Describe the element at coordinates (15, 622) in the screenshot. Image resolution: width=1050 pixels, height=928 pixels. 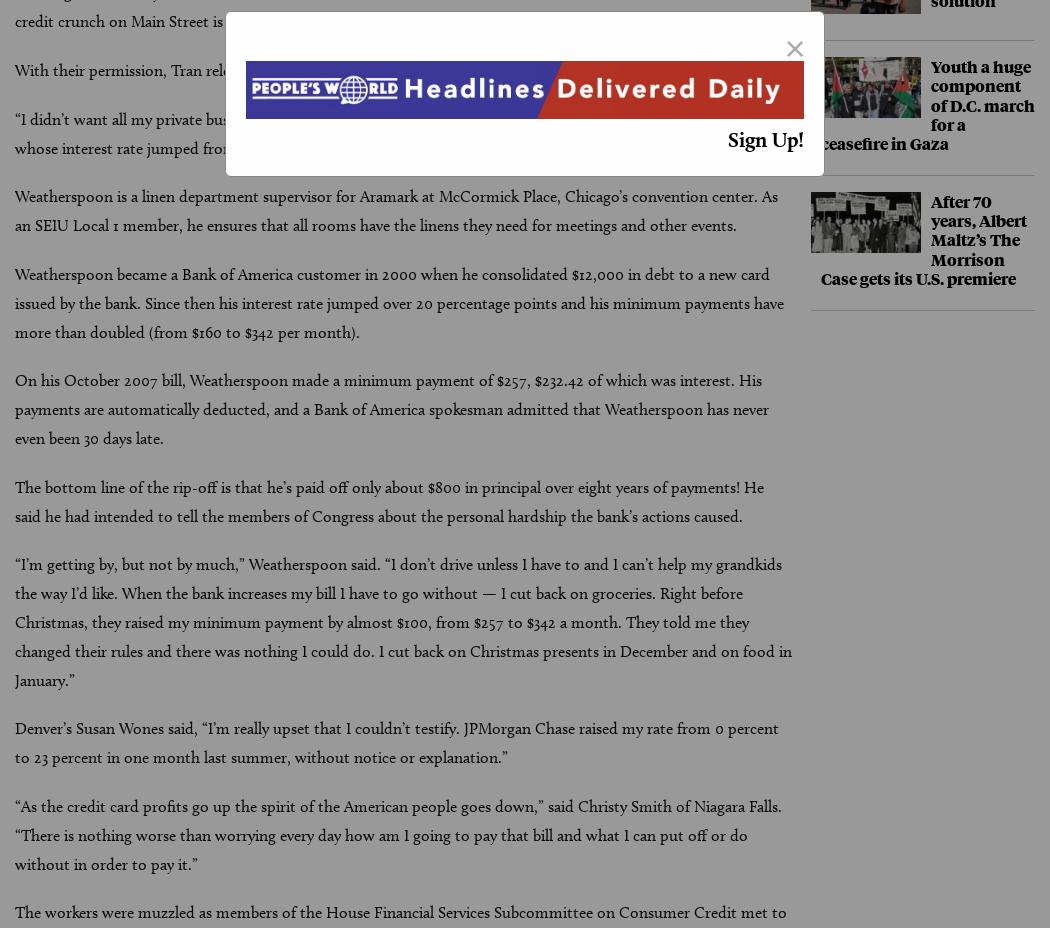
I see `'“I’m getting by, but not by much,” Weatherspoon said. “I don’t drive unless I have to and I can’t help my grandkids the way I’d like. When the bank increases my bill I have to go without — I cut back on groceries. Right before Christmas, they raised my minimum payment by almost $100, from $257 to $342 a month. They told me they changed their rules and there was nothing I could do. I cut back on Christmas presents in December and on food in January.”'` at that location.